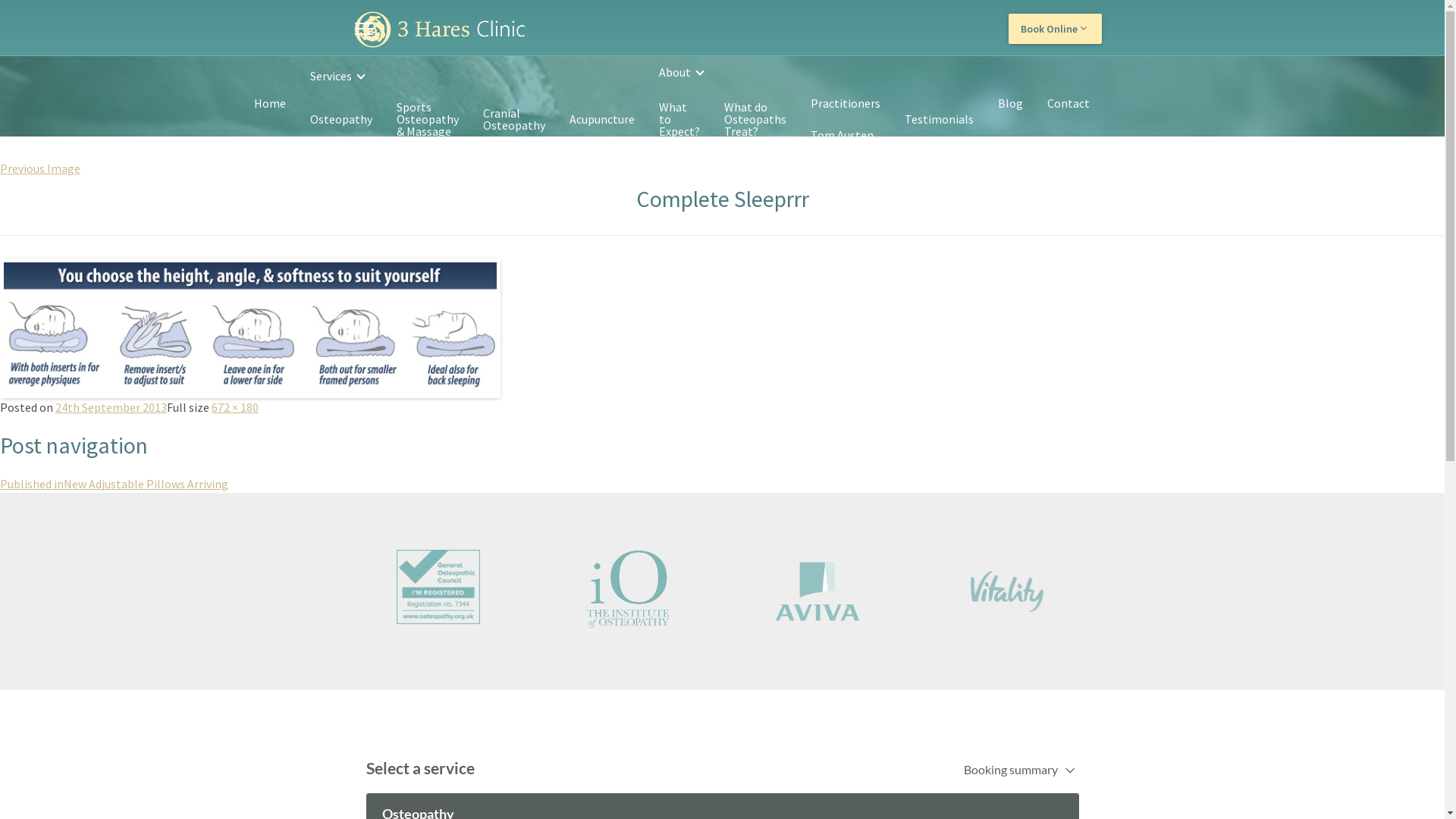  What do you see at coordinates (513, 118) in the screenshot?
I see `'Cranial Osteopathy'` at bounding box center [513, 118].